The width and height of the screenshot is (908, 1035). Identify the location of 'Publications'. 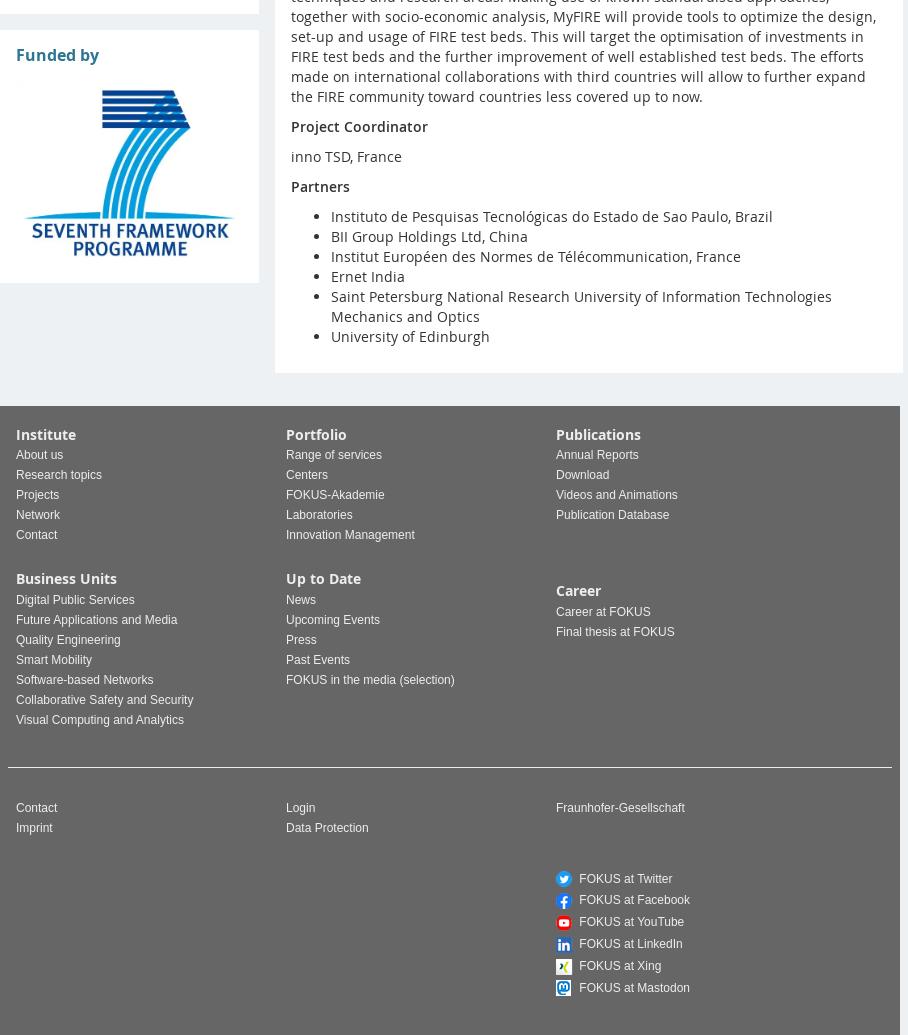
(598, 434).